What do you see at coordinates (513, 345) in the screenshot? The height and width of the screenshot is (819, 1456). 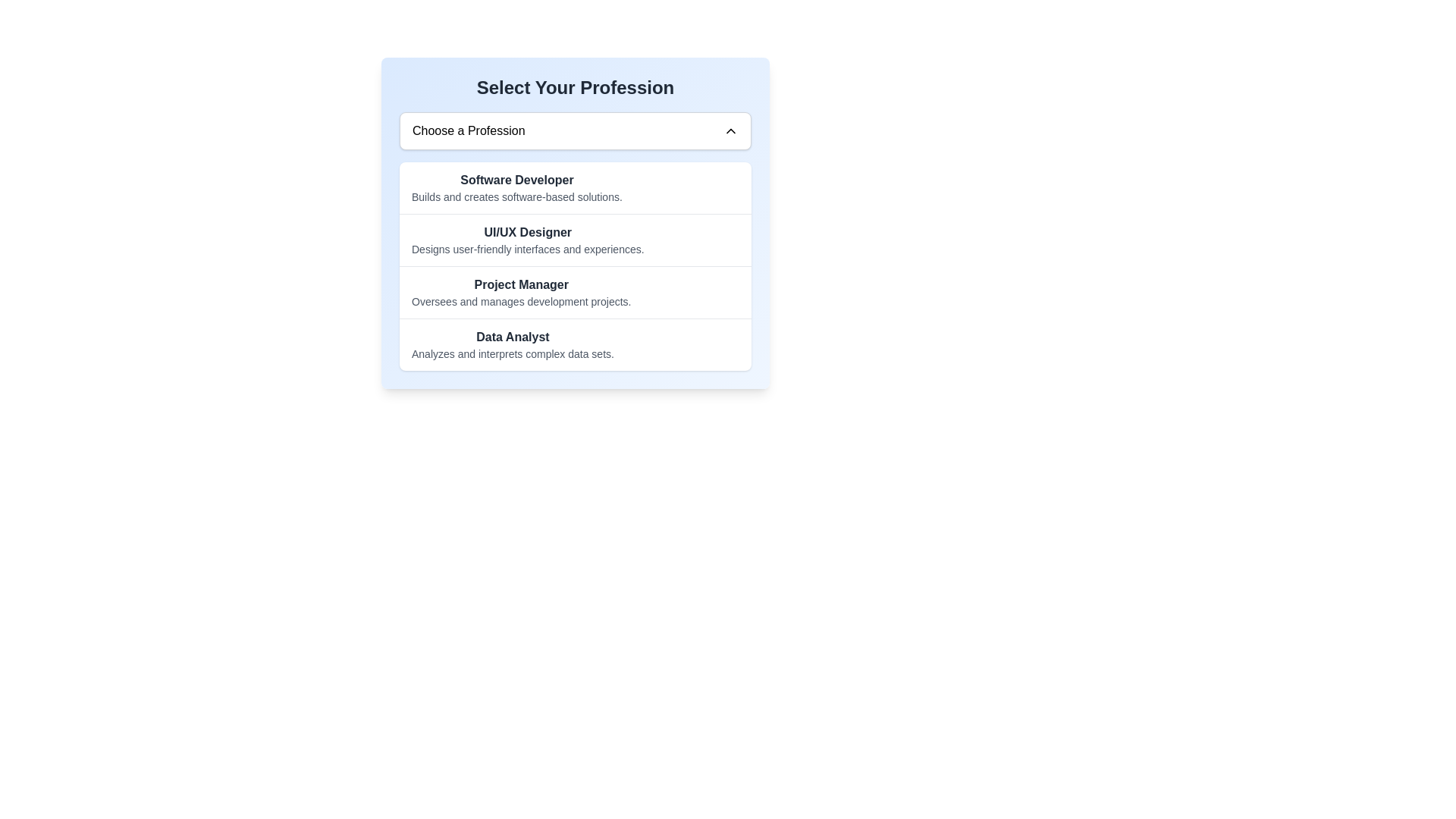 I see `the selectable option for 'Data Analyst' in the profession selection menu` at bounding box center [513, 345].